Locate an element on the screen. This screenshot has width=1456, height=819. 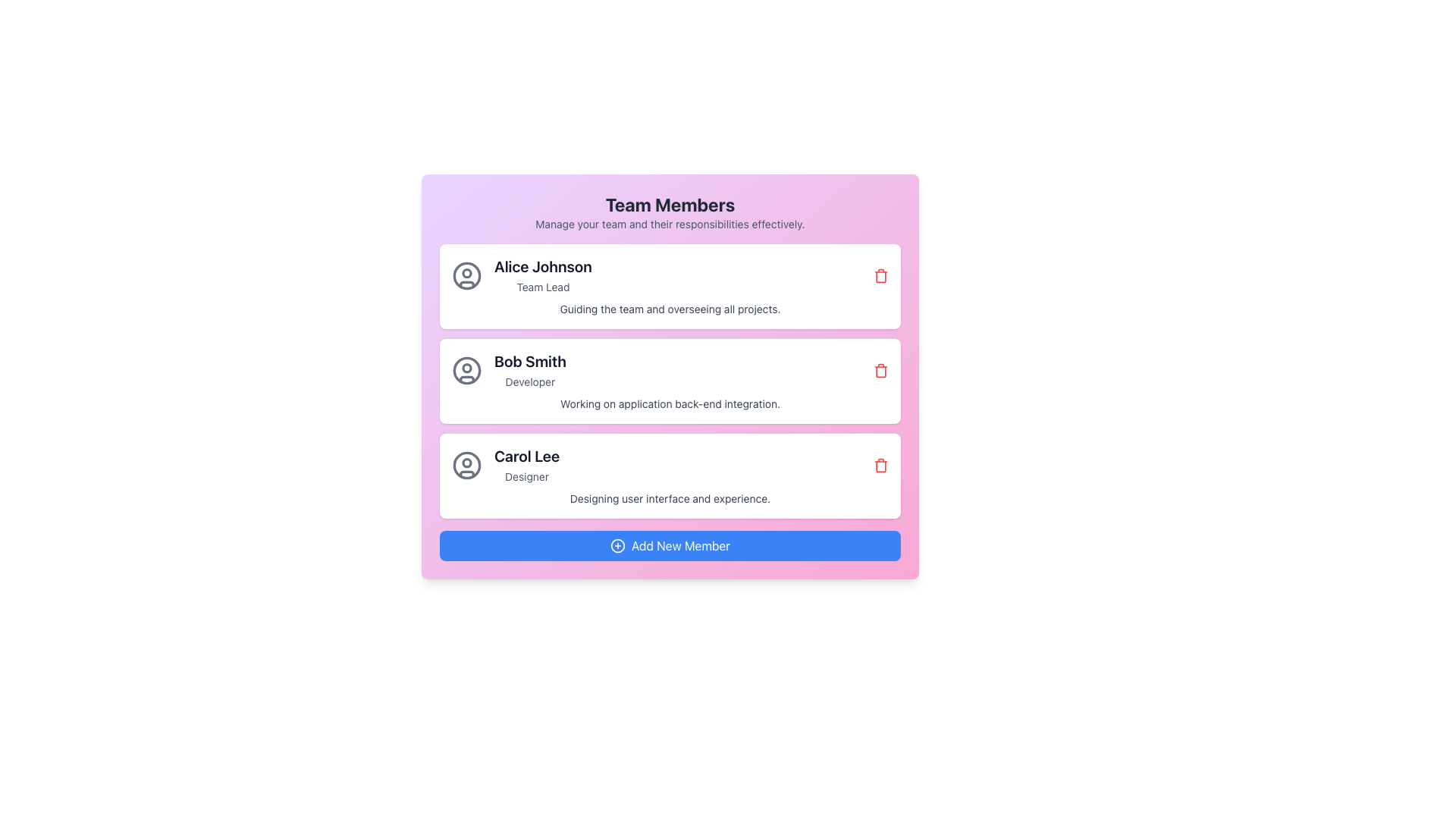
the user avatar icon's circular component, which is positioned near the top central area of the avatar graphic is located at coordinates (466, 368).